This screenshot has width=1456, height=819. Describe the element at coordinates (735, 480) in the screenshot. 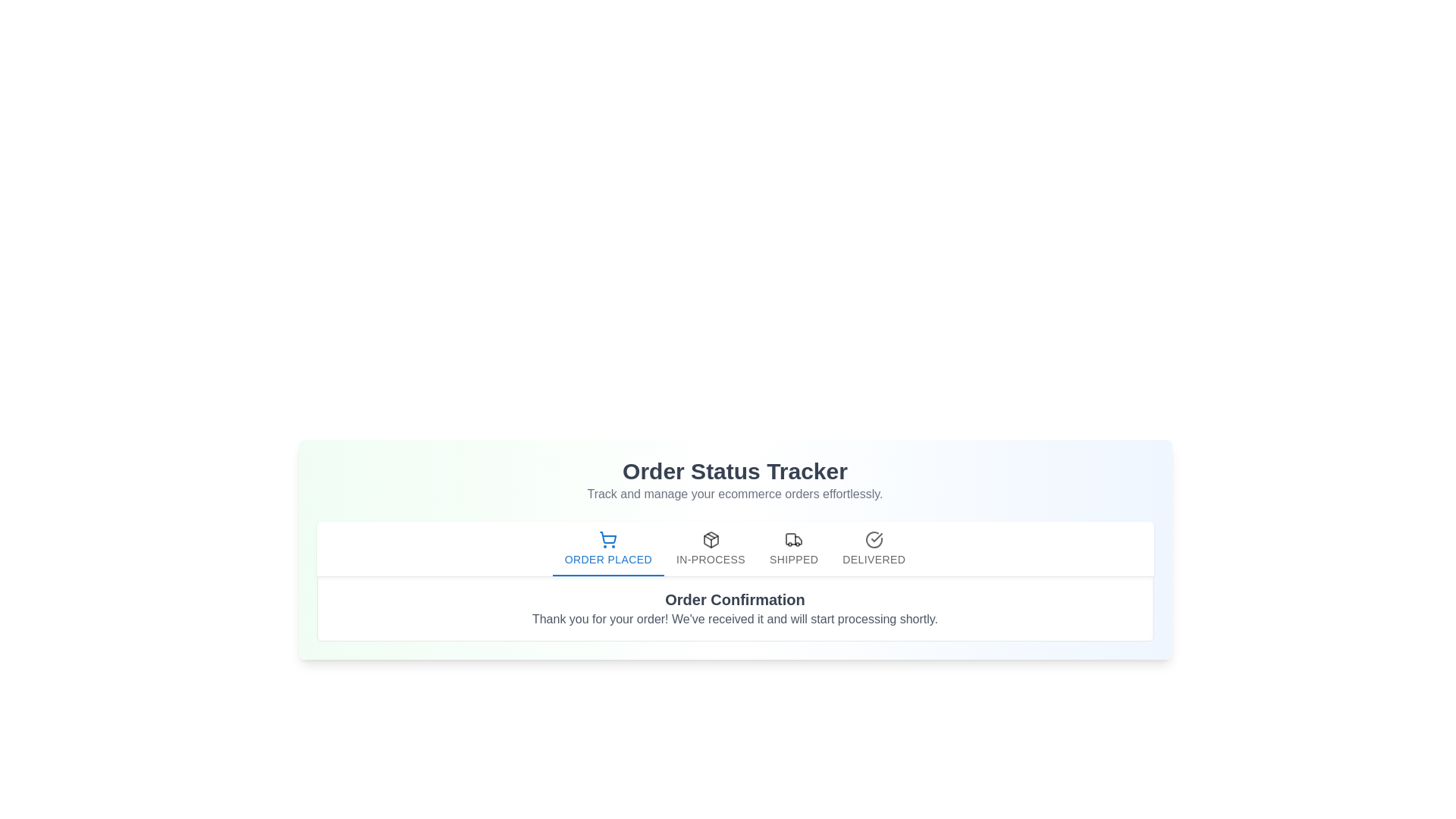

I see `the text block containing the header 'Order Status Tracker' and subheader 'Track and manage your ecommerce orders effortlessly.'` at that location.